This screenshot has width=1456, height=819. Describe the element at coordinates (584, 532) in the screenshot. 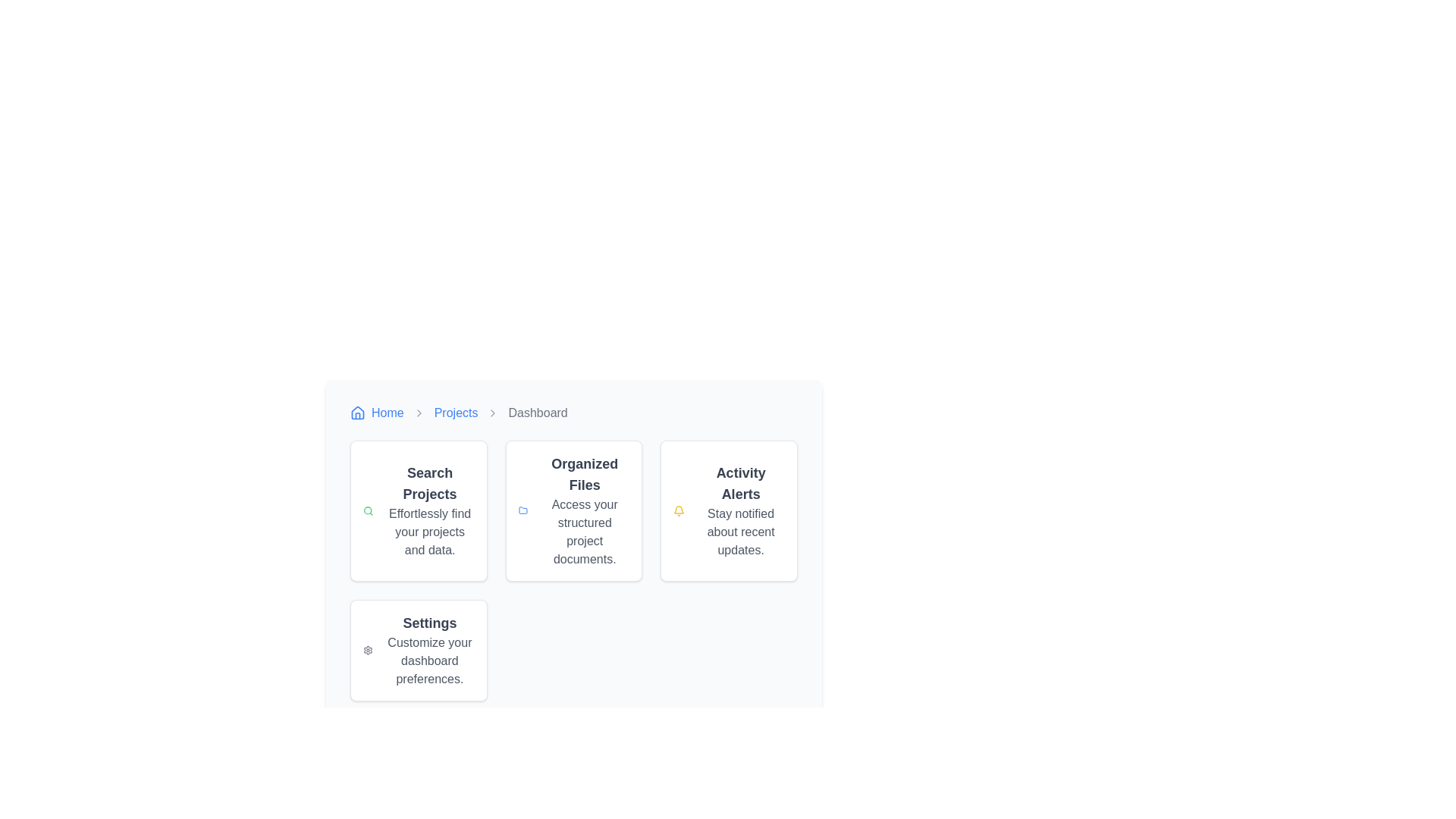

I see `the text label displaying 'Access your structured project documents.' beneath the title 'Organized Files.'` at that location.